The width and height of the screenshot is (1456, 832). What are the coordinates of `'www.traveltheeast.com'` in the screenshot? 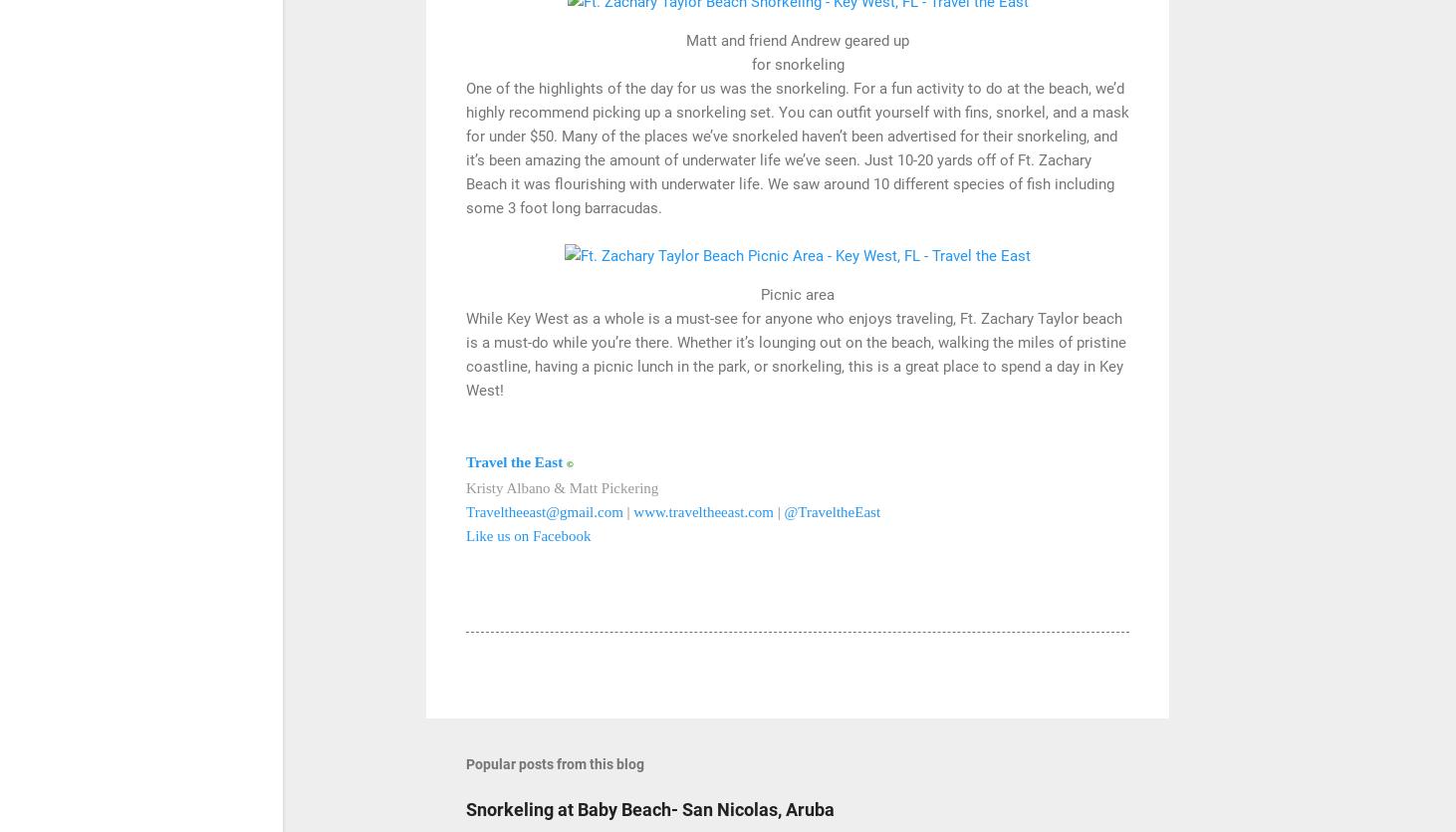 It's located at (702, 511).